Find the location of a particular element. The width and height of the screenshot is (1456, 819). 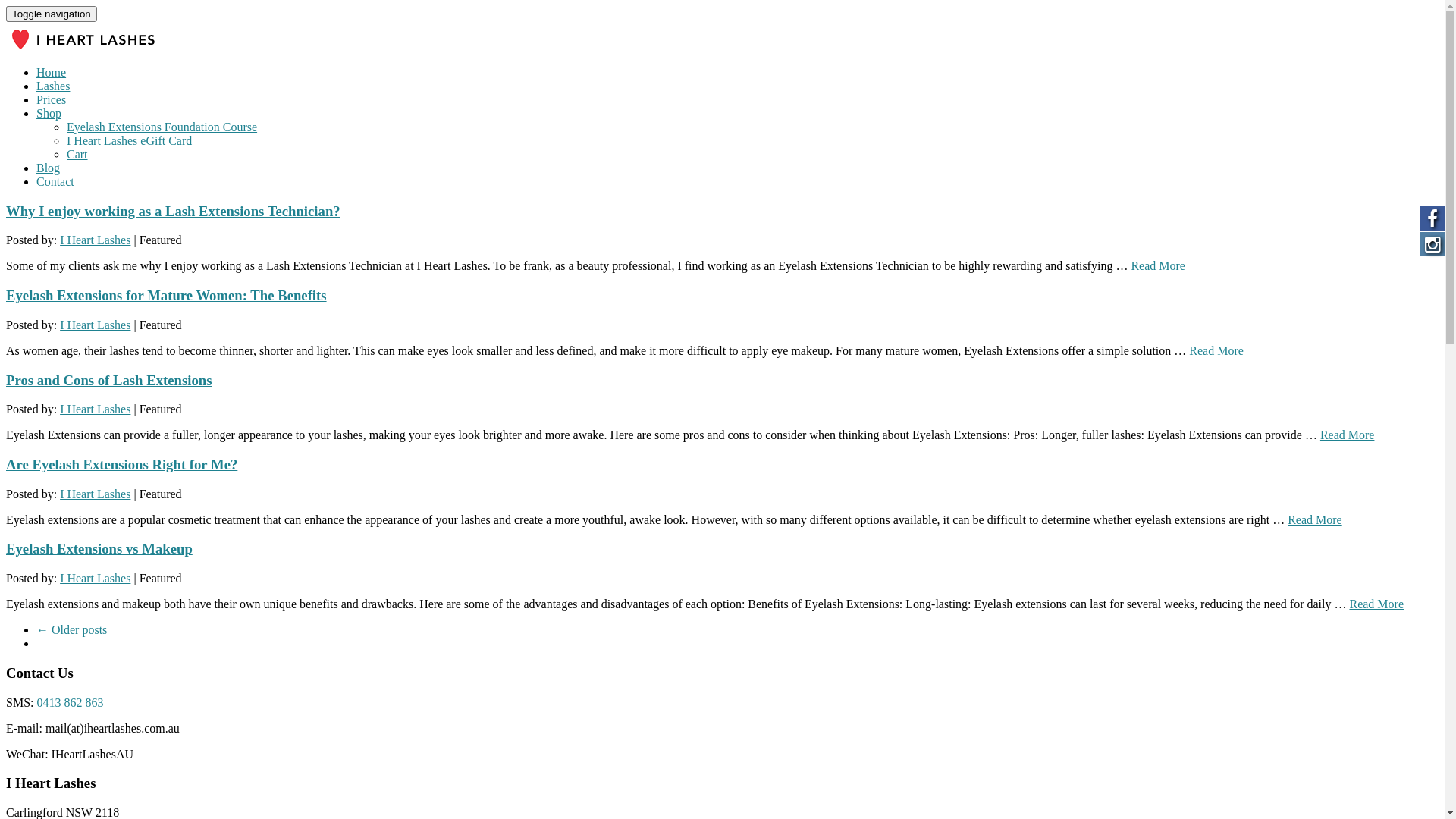

'Read More' is located at coordinates (1349, 603).